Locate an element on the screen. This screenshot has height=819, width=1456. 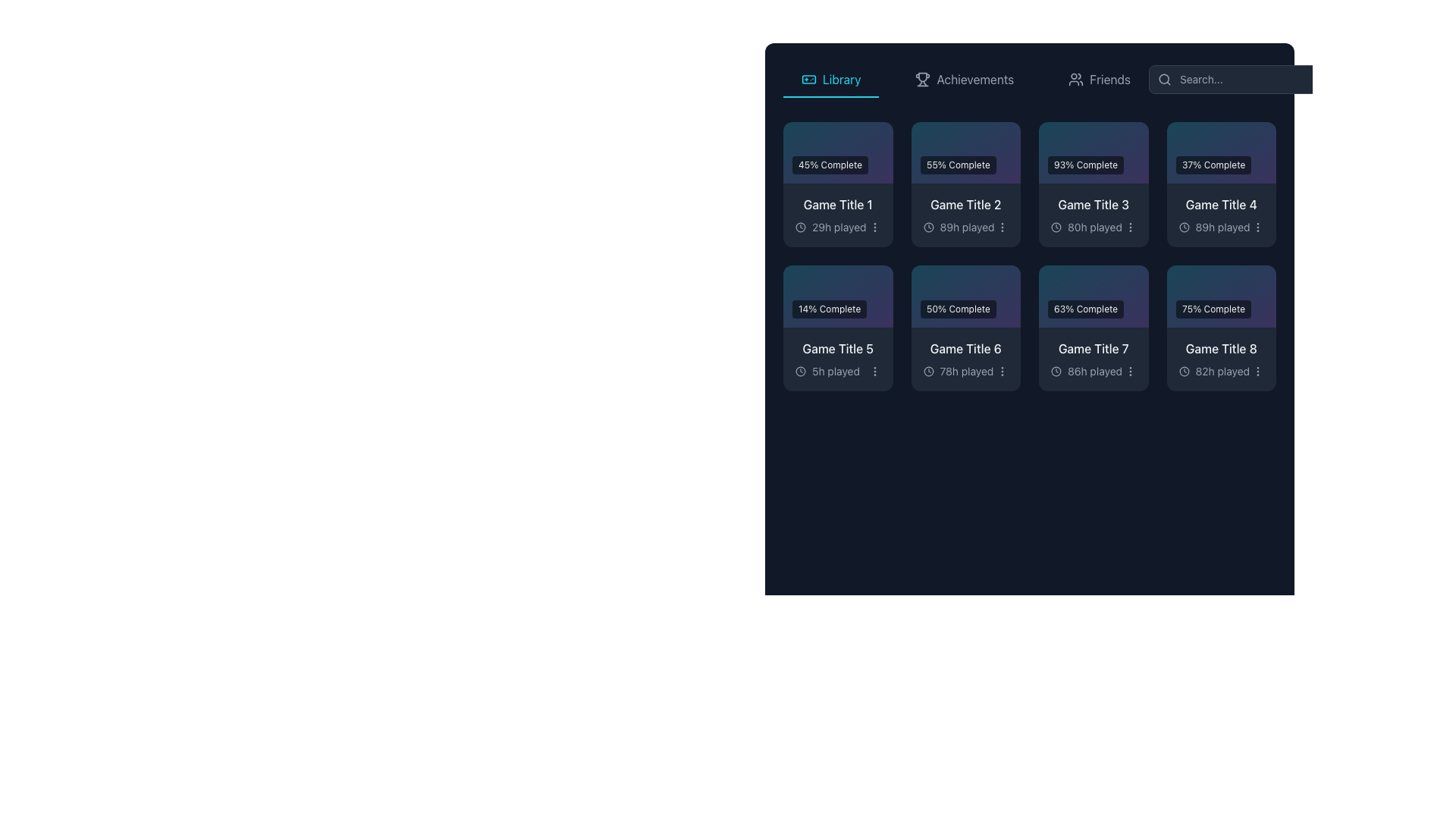
the text label displaying '89h played', which is next to a small clock icon and located under 'Game Title 2' and below '55% Complete' is located at coordinates (966, 227).